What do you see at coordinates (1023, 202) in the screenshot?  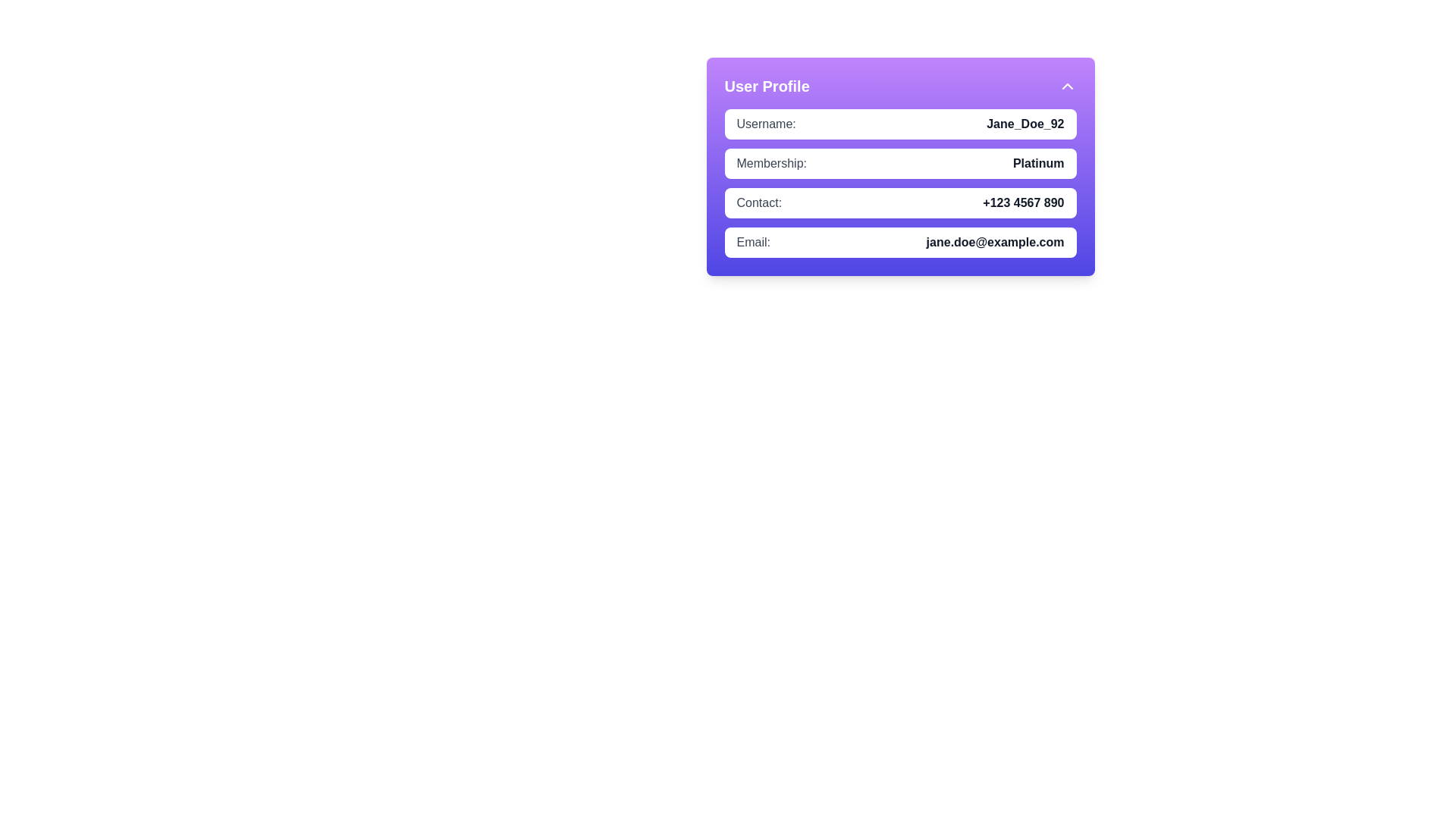 I see `the bold text label reading '+123 4567 890' that is styled with a darker gray hue and is located in the 'Contact' line of a user profile card` at bounding box center [1023, 202].